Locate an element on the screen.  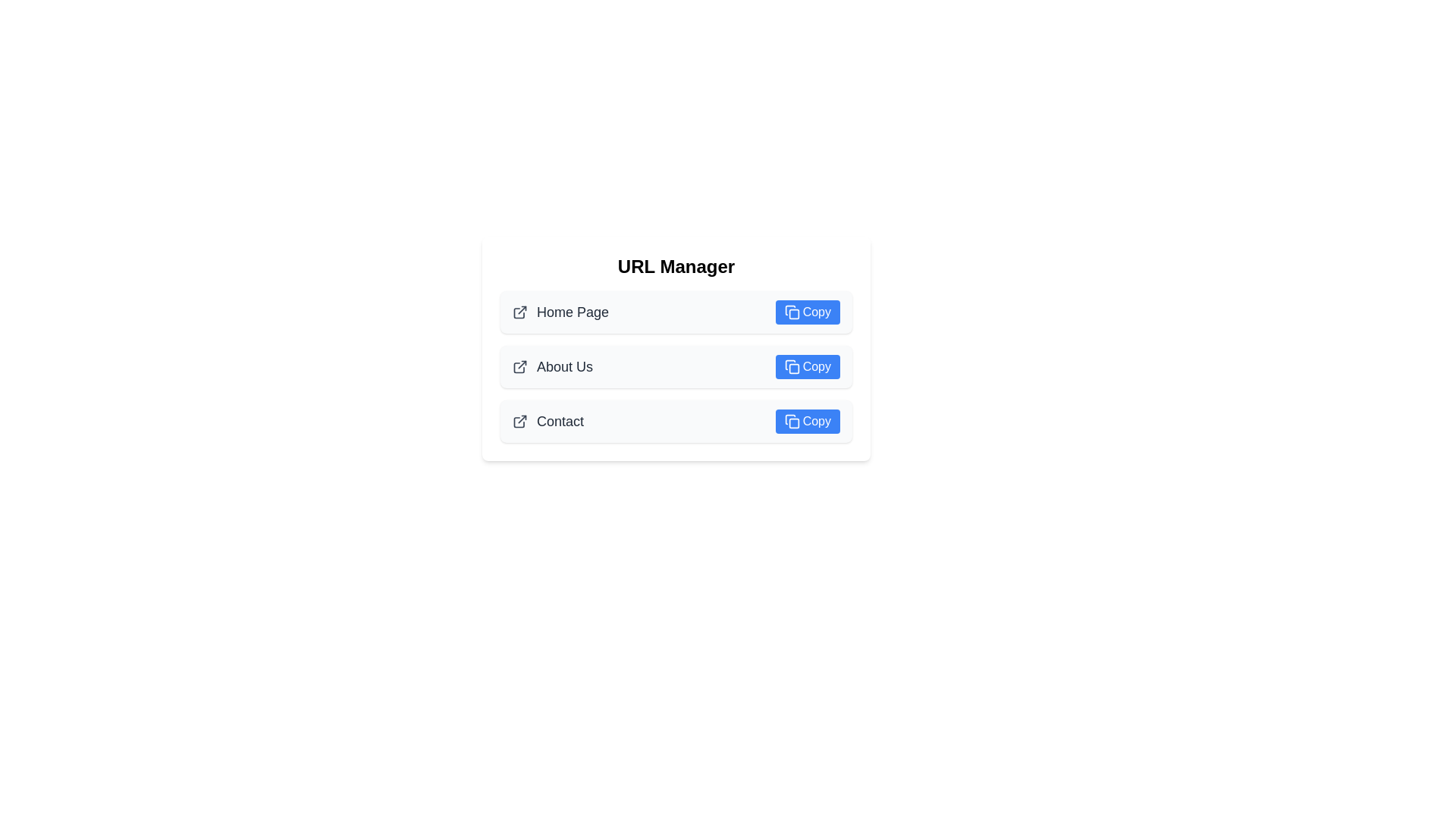
the 'Home Page' label with an external link icon is located at coordinates (560, 312).